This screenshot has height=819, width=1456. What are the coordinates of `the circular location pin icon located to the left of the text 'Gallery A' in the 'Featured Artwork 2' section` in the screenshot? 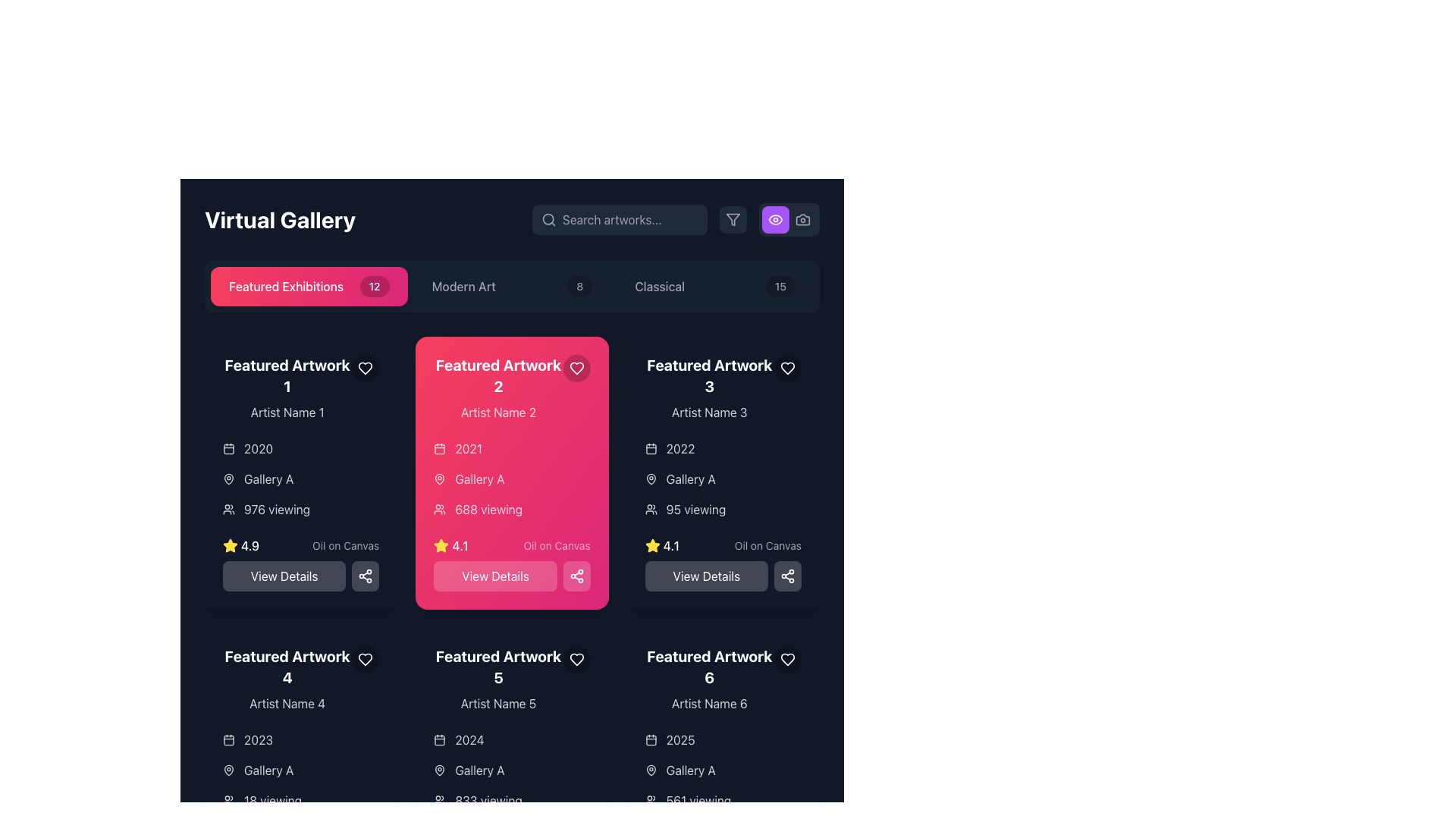 It's located at (651, 479).